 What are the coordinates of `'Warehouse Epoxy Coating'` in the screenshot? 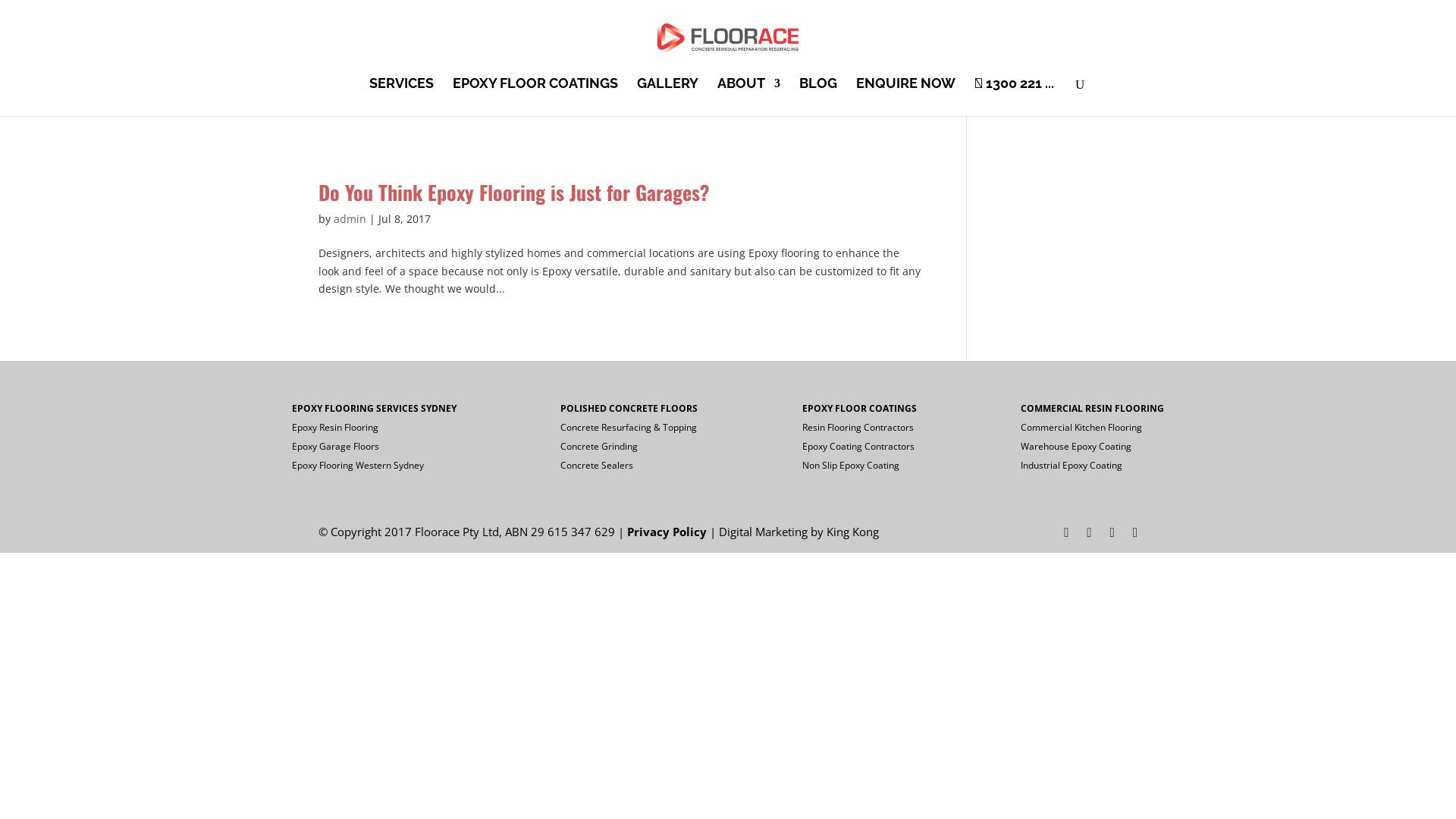 It's located at (1020, 445).